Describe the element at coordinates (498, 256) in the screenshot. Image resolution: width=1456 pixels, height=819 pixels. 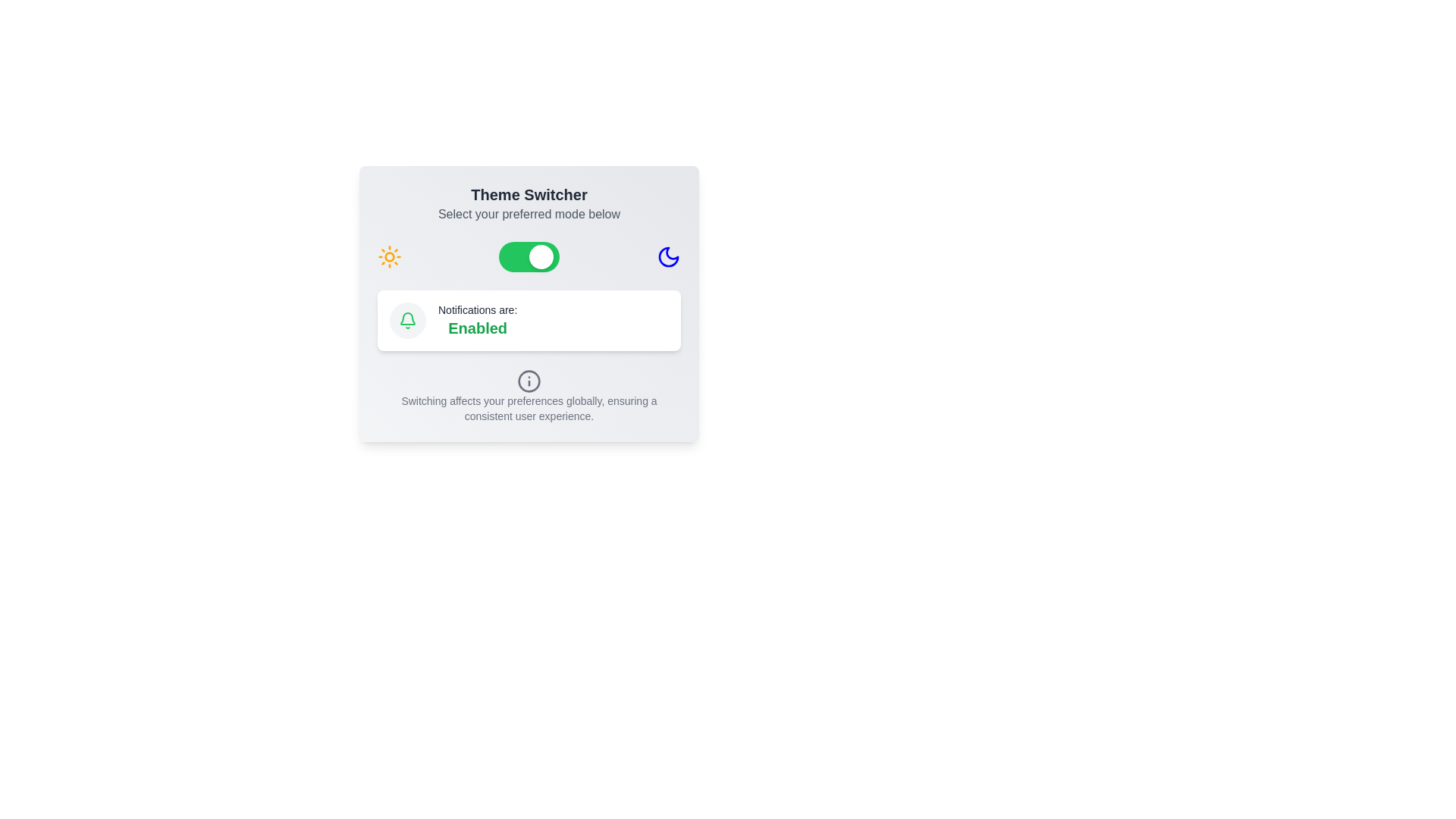
I see `the theme switcher` at that location.